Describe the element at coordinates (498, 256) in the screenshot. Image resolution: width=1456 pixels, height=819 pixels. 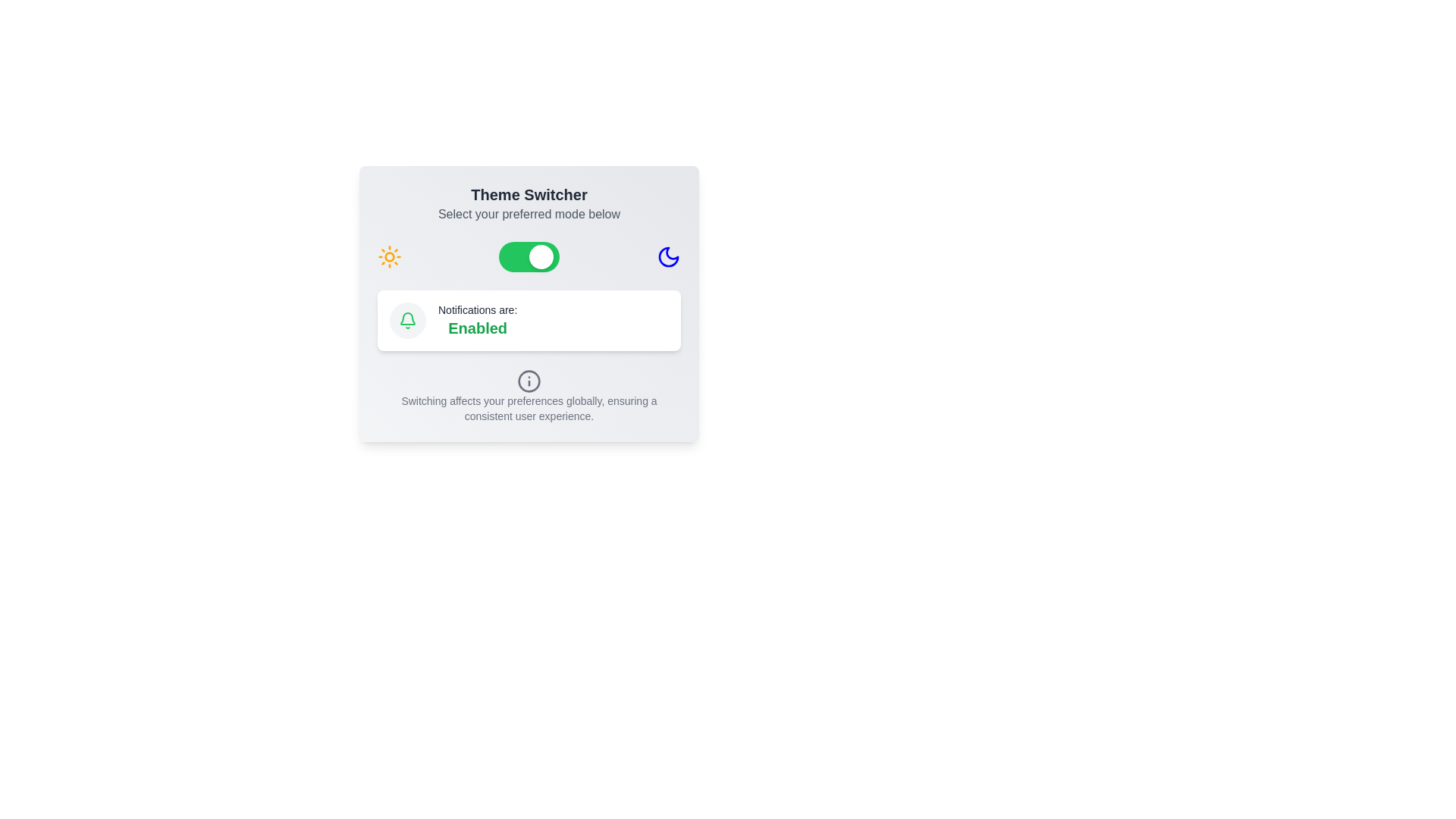
I see `the theme switcher` at that location.